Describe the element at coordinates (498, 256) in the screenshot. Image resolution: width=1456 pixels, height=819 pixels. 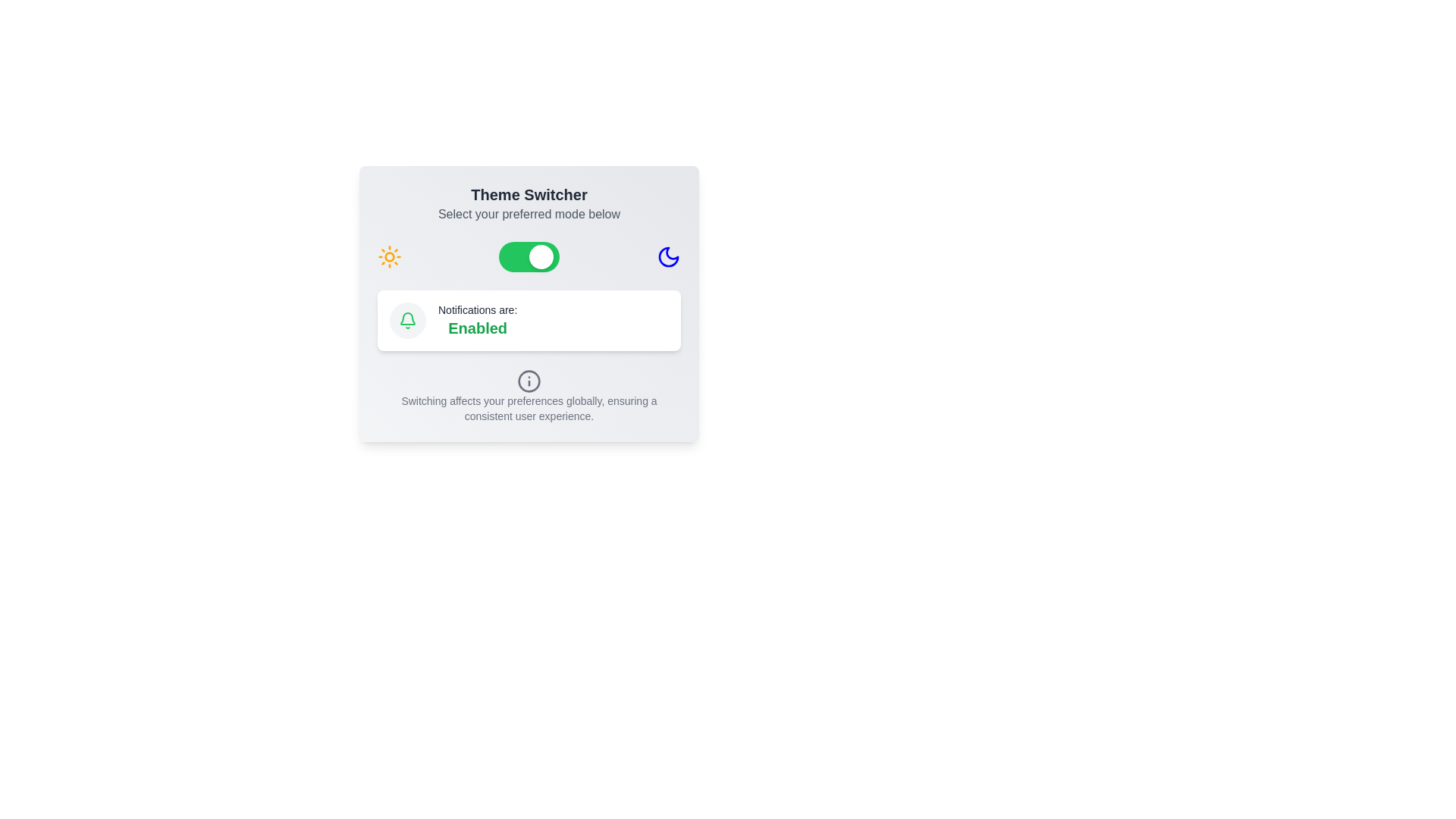
I see `the theme switcher` at that location.